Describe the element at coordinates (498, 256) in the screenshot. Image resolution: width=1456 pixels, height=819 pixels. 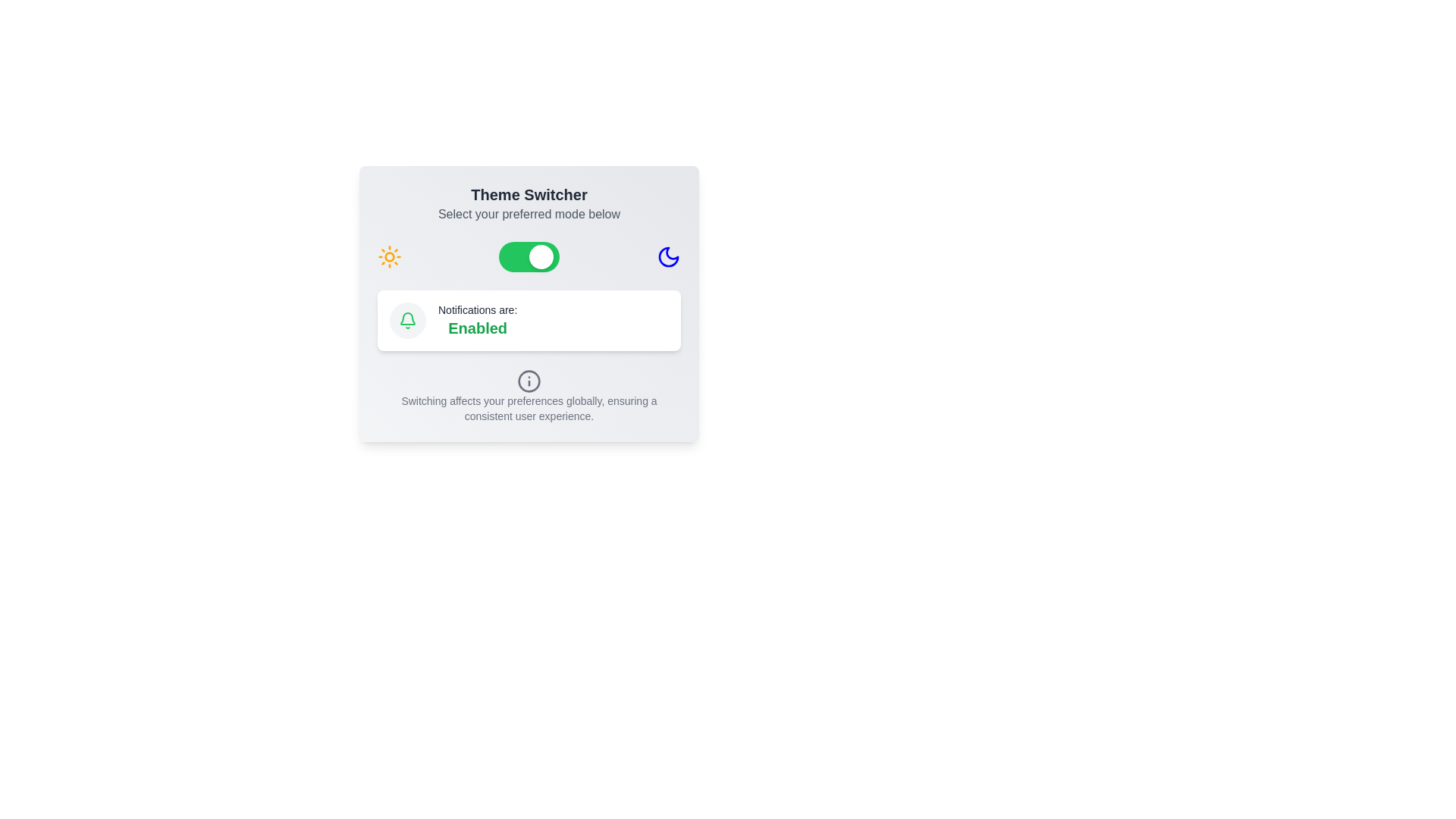
I see `the theme switcher` at that location.